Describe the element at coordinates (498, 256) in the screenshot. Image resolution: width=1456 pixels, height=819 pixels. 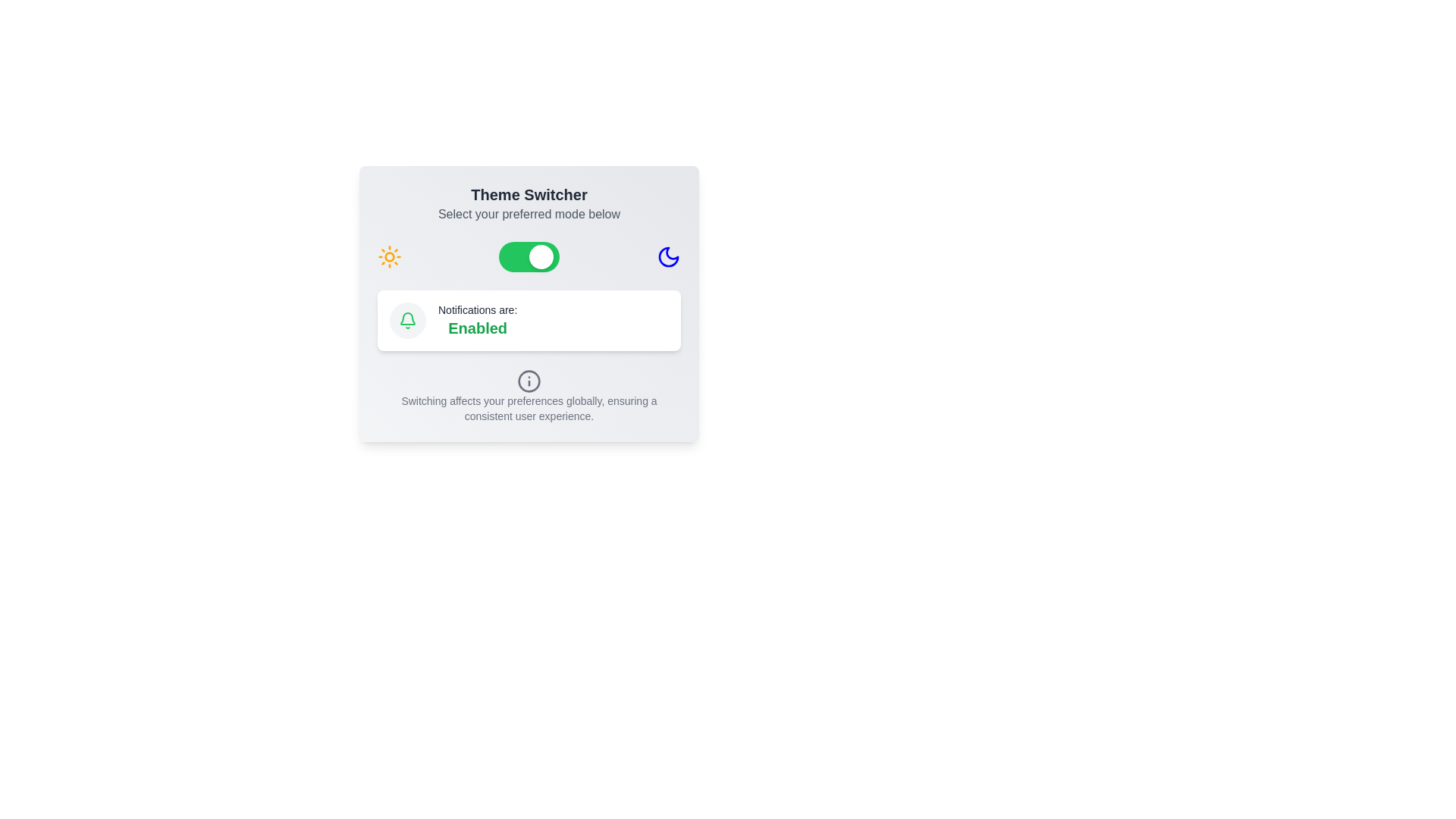
I see `the theme switcher` at that location.